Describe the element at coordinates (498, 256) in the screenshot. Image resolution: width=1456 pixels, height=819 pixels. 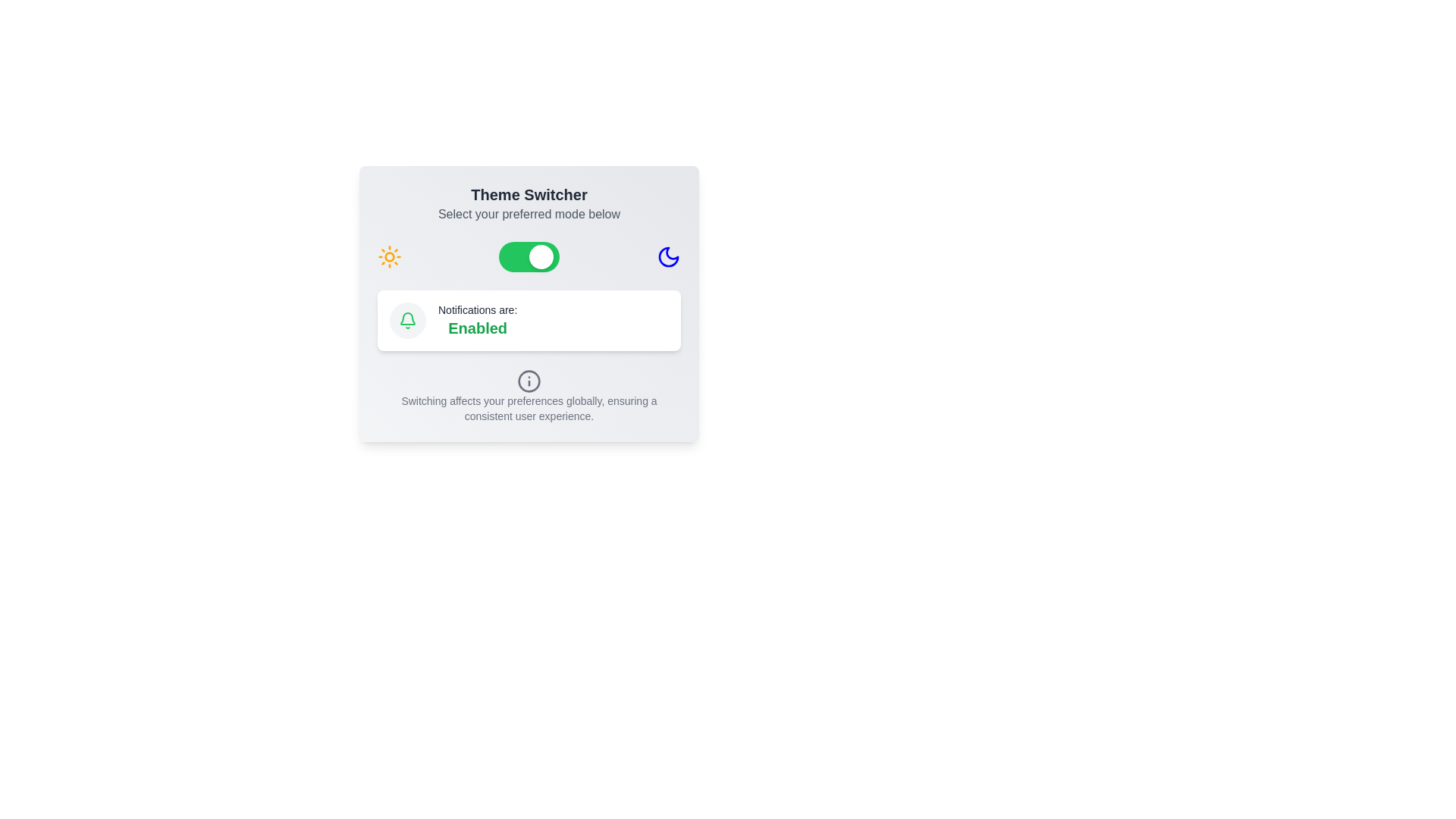
I see `the theme switcher` at that location.